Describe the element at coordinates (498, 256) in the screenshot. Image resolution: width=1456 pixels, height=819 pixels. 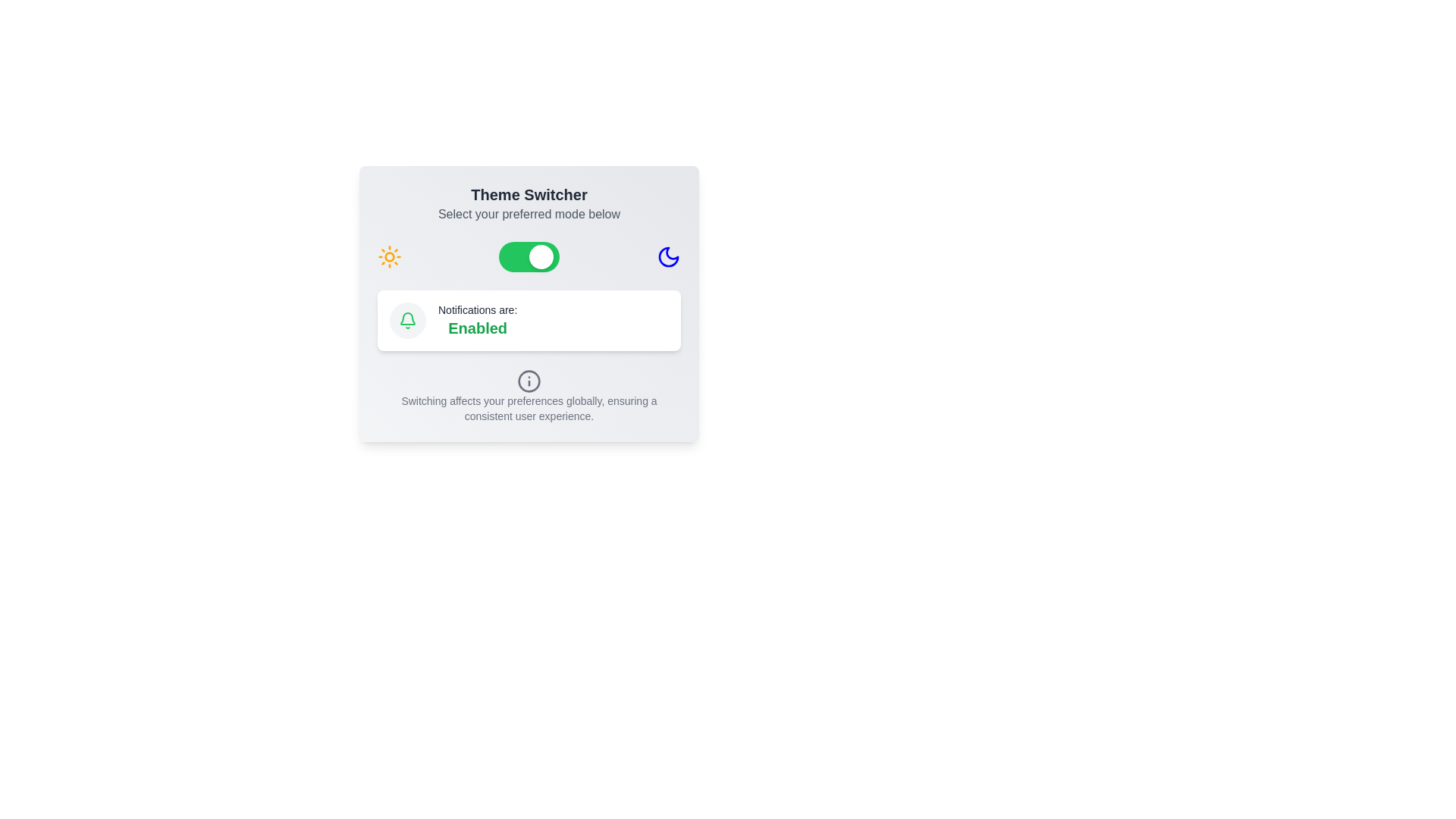
I see `the theme switcher` at that location.